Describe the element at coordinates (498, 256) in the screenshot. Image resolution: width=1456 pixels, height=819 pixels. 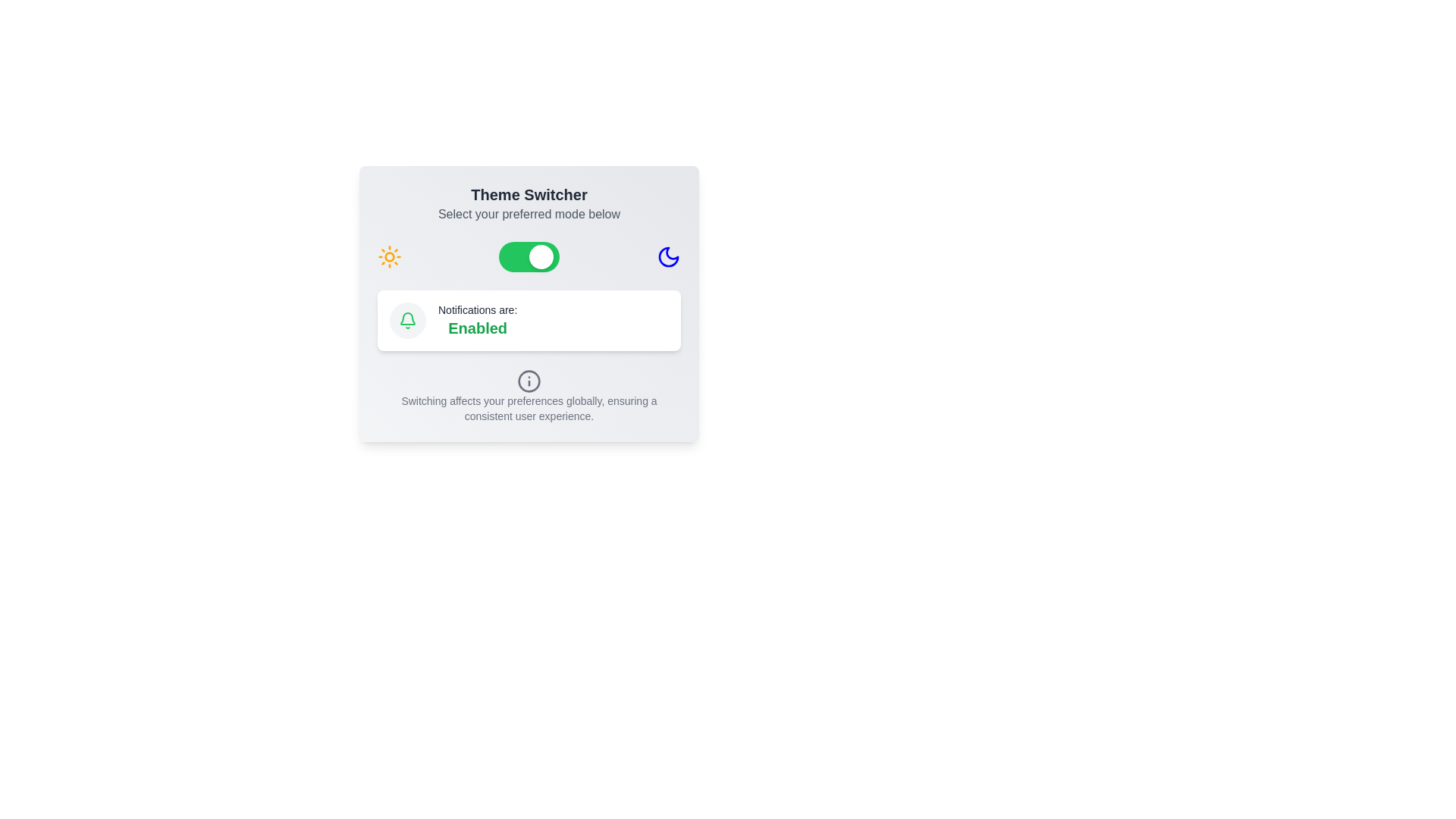
I see `the theme switcher` at that location.